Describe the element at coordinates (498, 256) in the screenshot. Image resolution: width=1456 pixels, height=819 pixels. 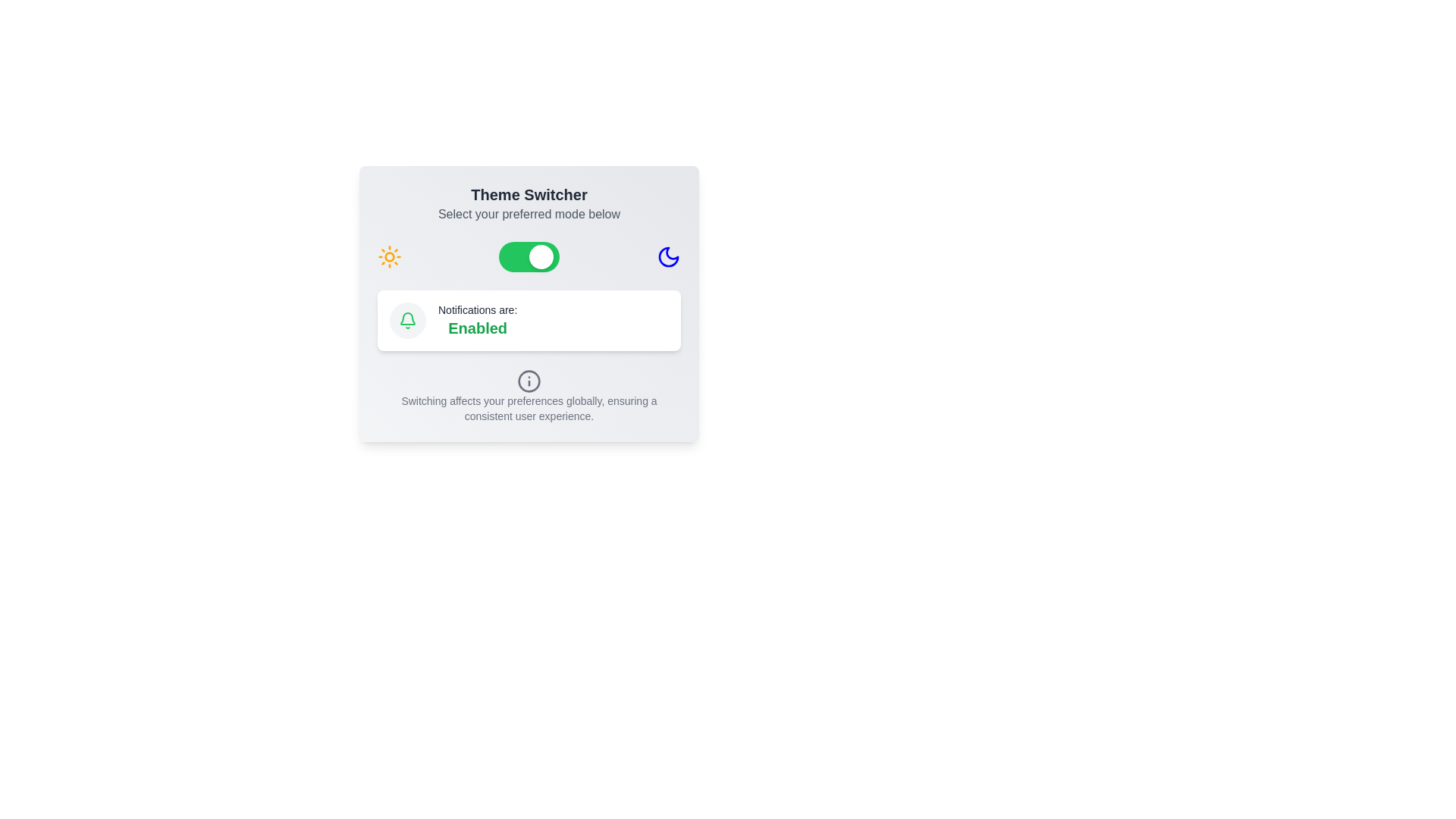
I see `the theme switcher` at that location.